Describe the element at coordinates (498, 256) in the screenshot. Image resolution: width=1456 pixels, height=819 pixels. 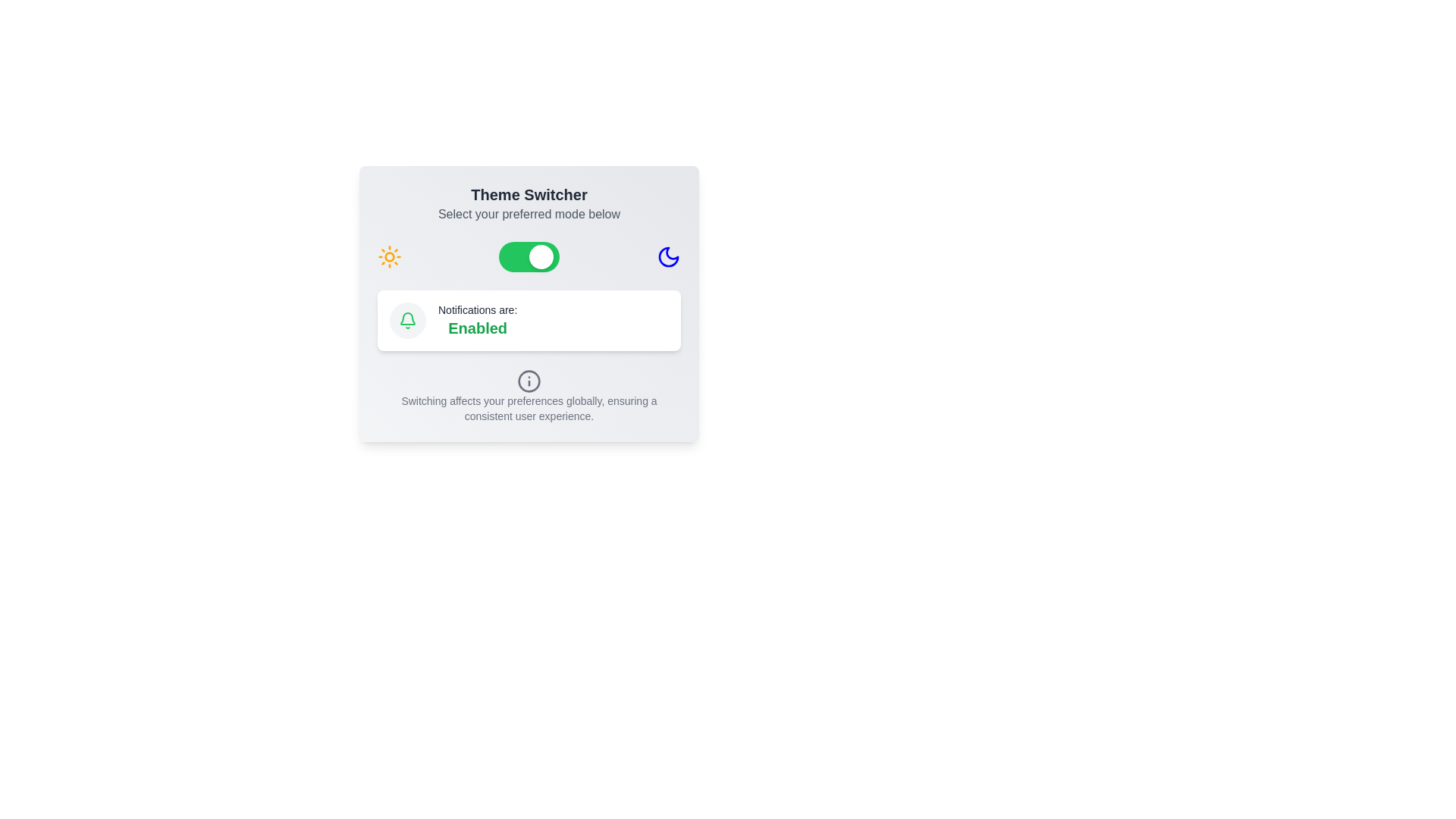
I see `the theme switcher` at that location.